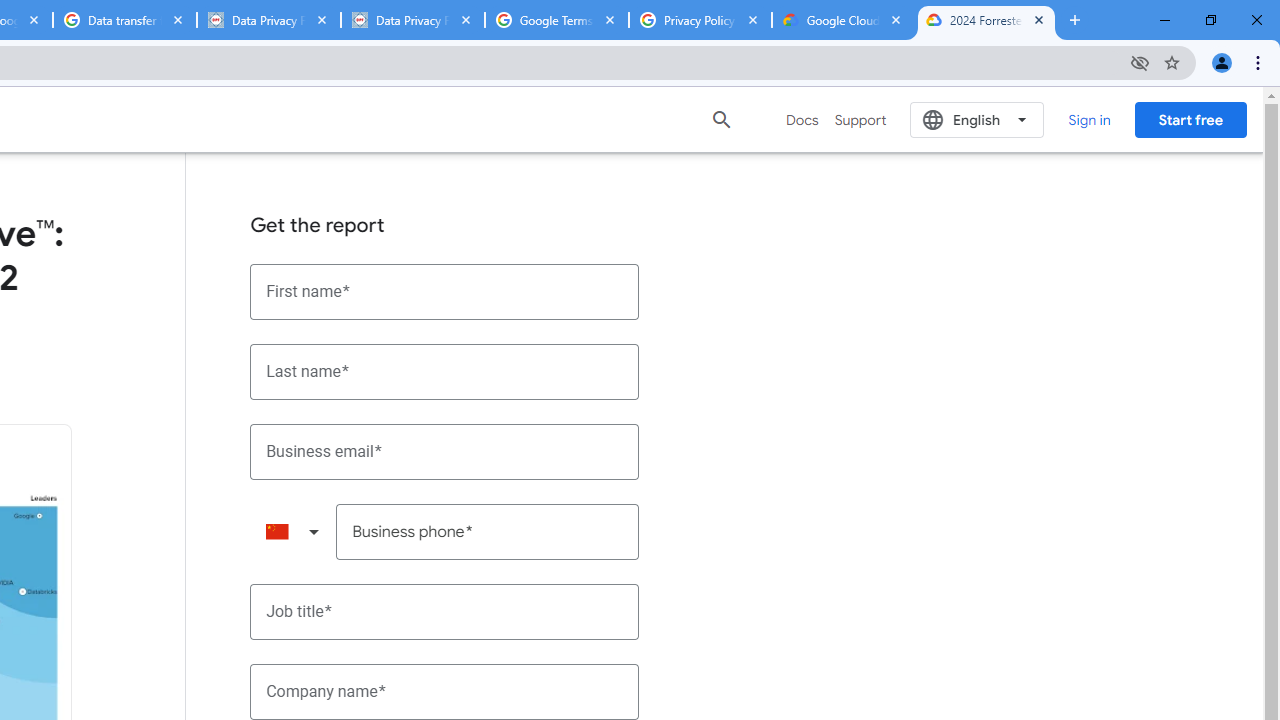 The image size is (1280, 720). What do you see at coordinates (860, 119) in the screenshot?
I see `'Support'` at bounding box center [860, 119].